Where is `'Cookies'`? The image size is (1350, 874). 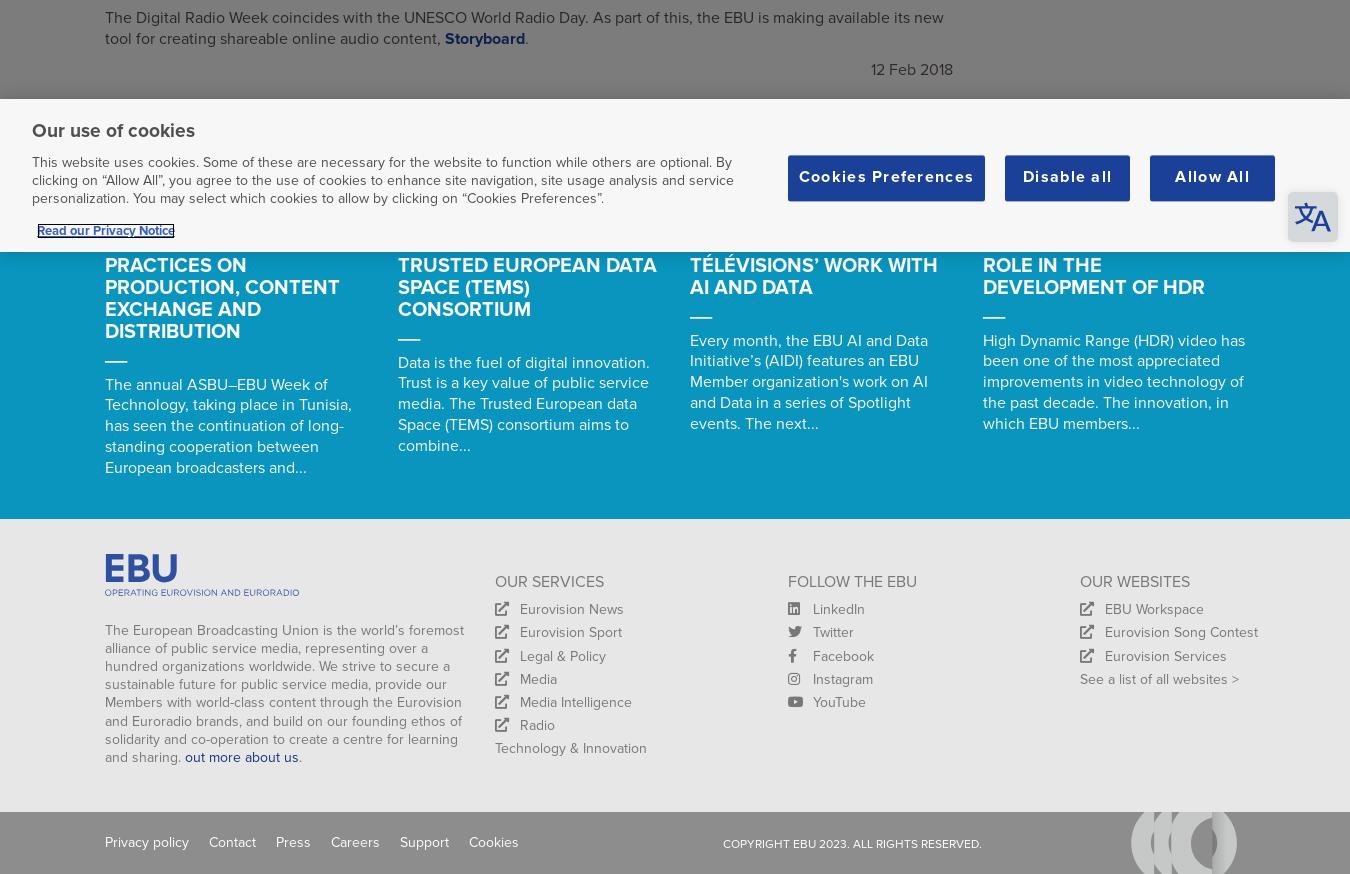 'Cookies' is located at coordinates (467, 842).